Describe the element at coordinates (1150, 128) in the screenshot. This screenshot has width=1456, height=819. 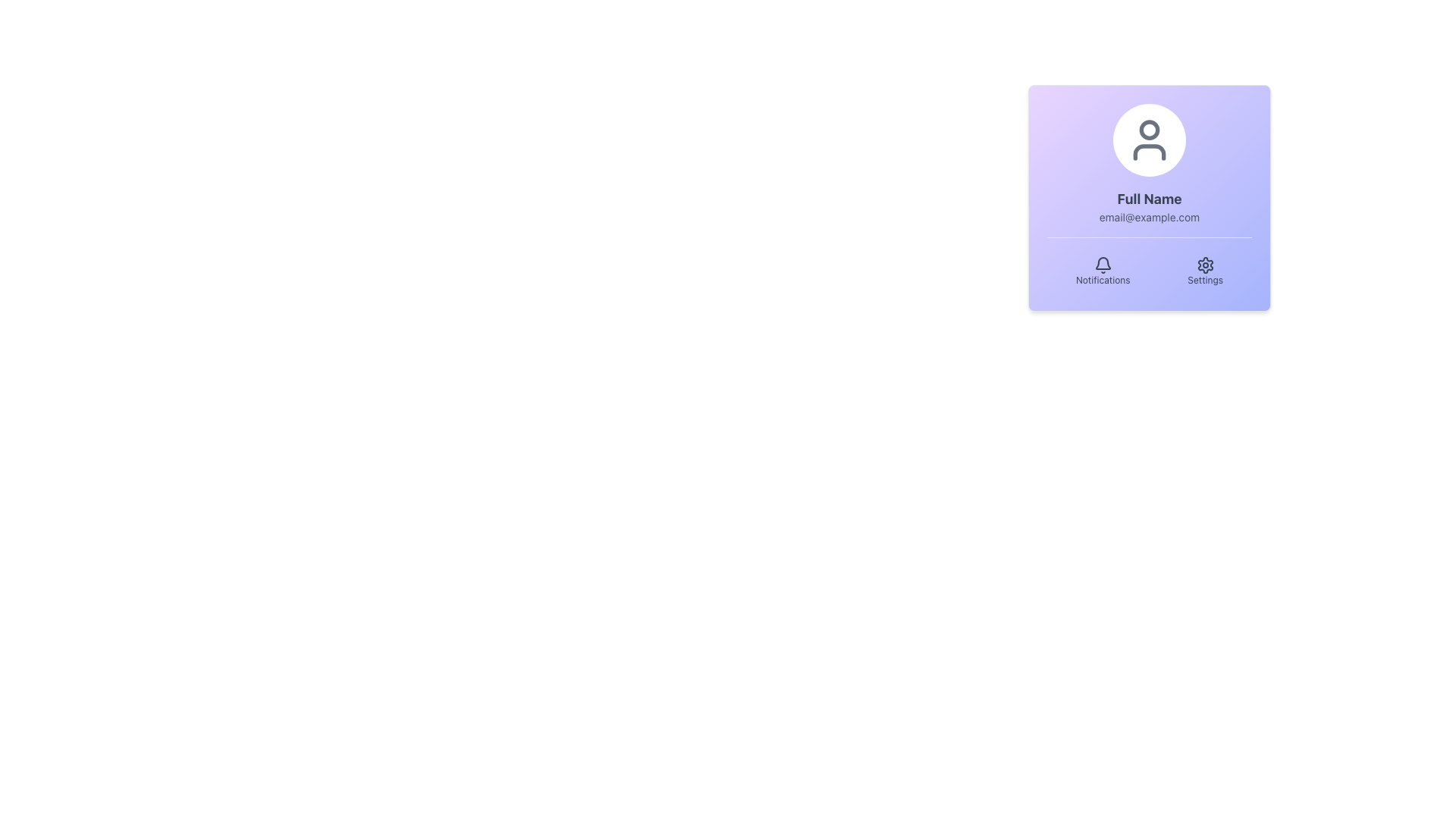
I see `the circular face part of the outlined person icon located at the top-center of the user's card` at that location.